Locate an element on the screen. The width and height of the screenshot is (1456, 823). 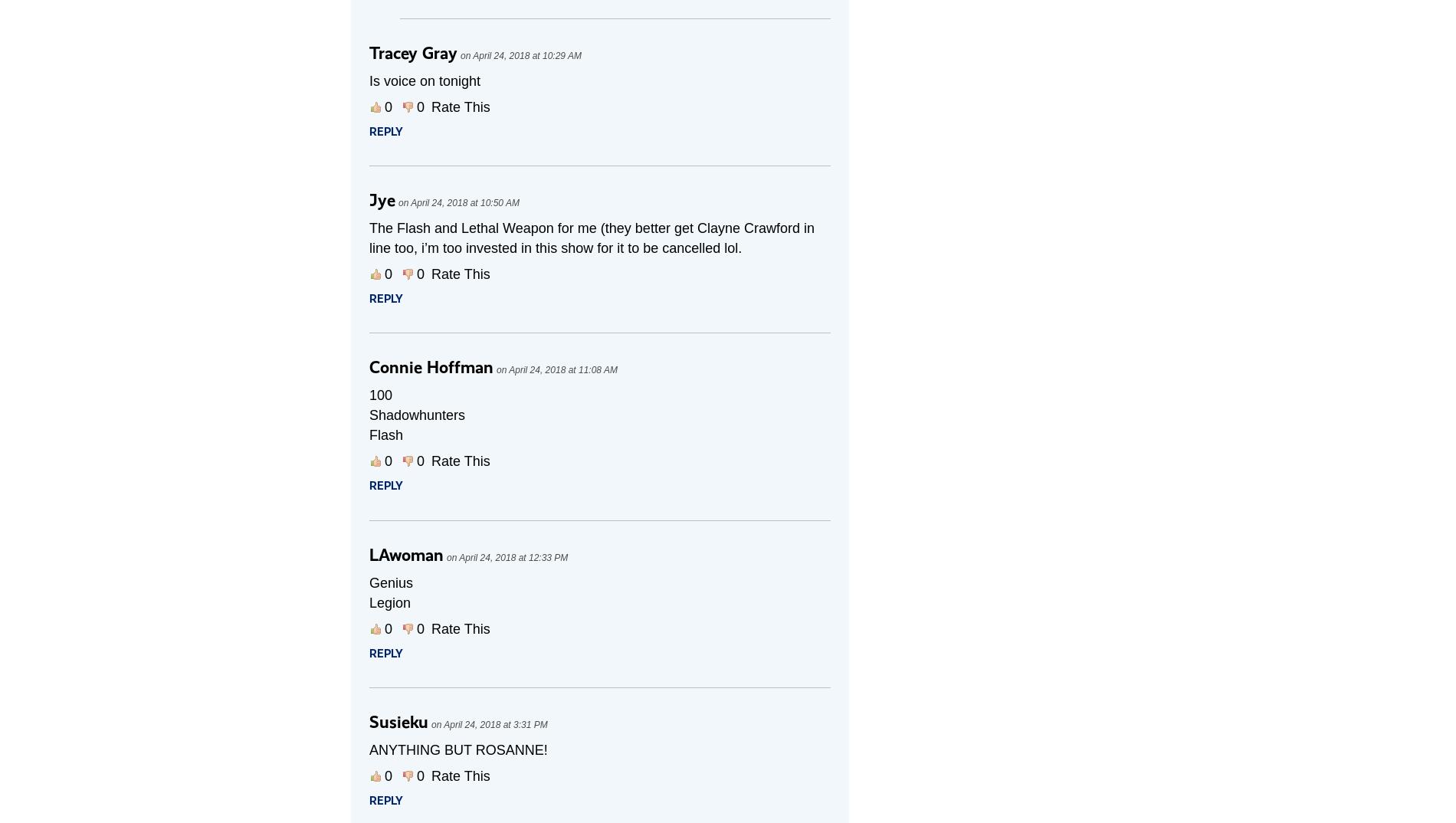
'Flash' is located at coordinates (369, 434).